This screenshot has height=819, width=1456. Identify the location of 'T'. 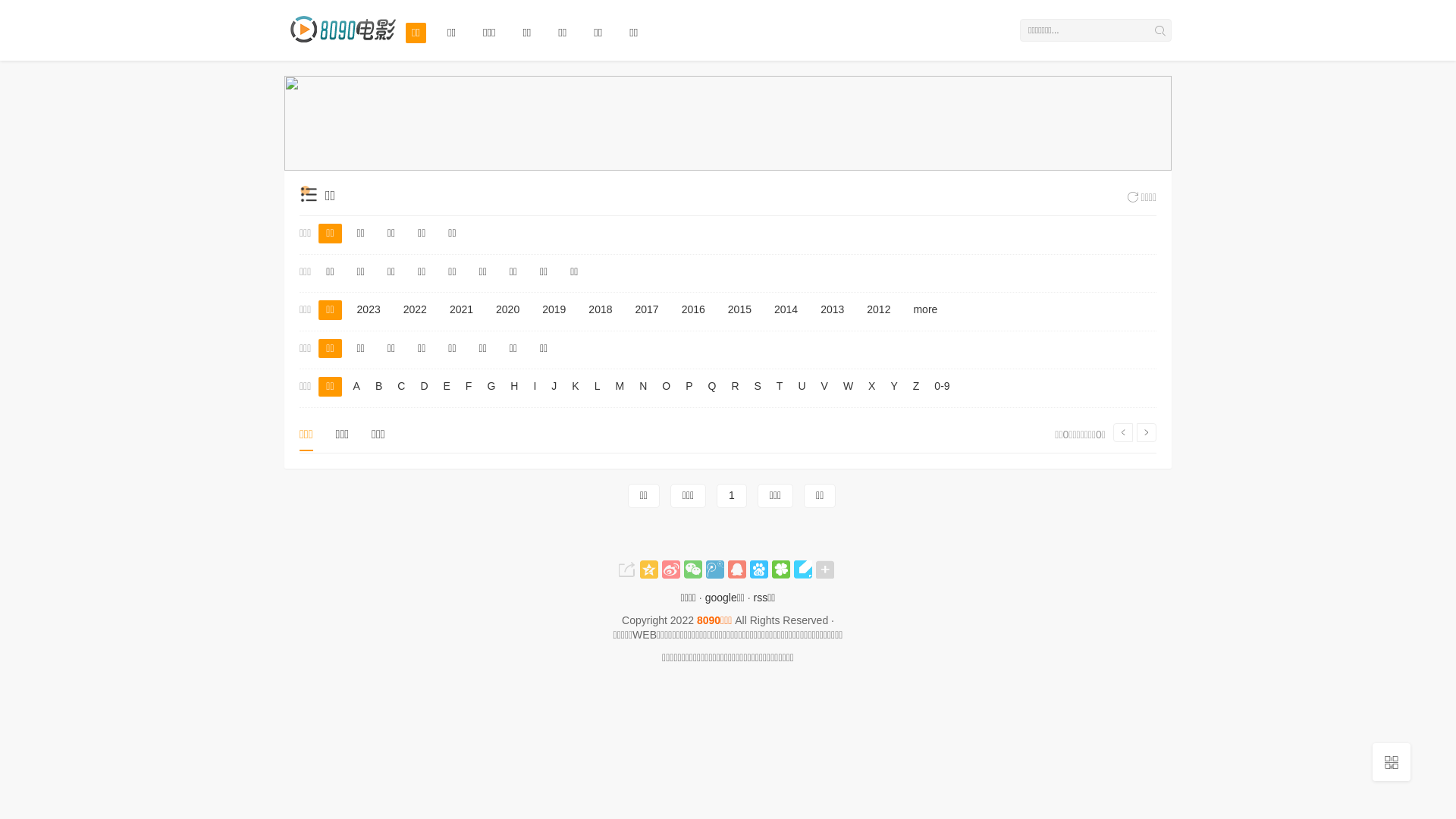
(780, 385).